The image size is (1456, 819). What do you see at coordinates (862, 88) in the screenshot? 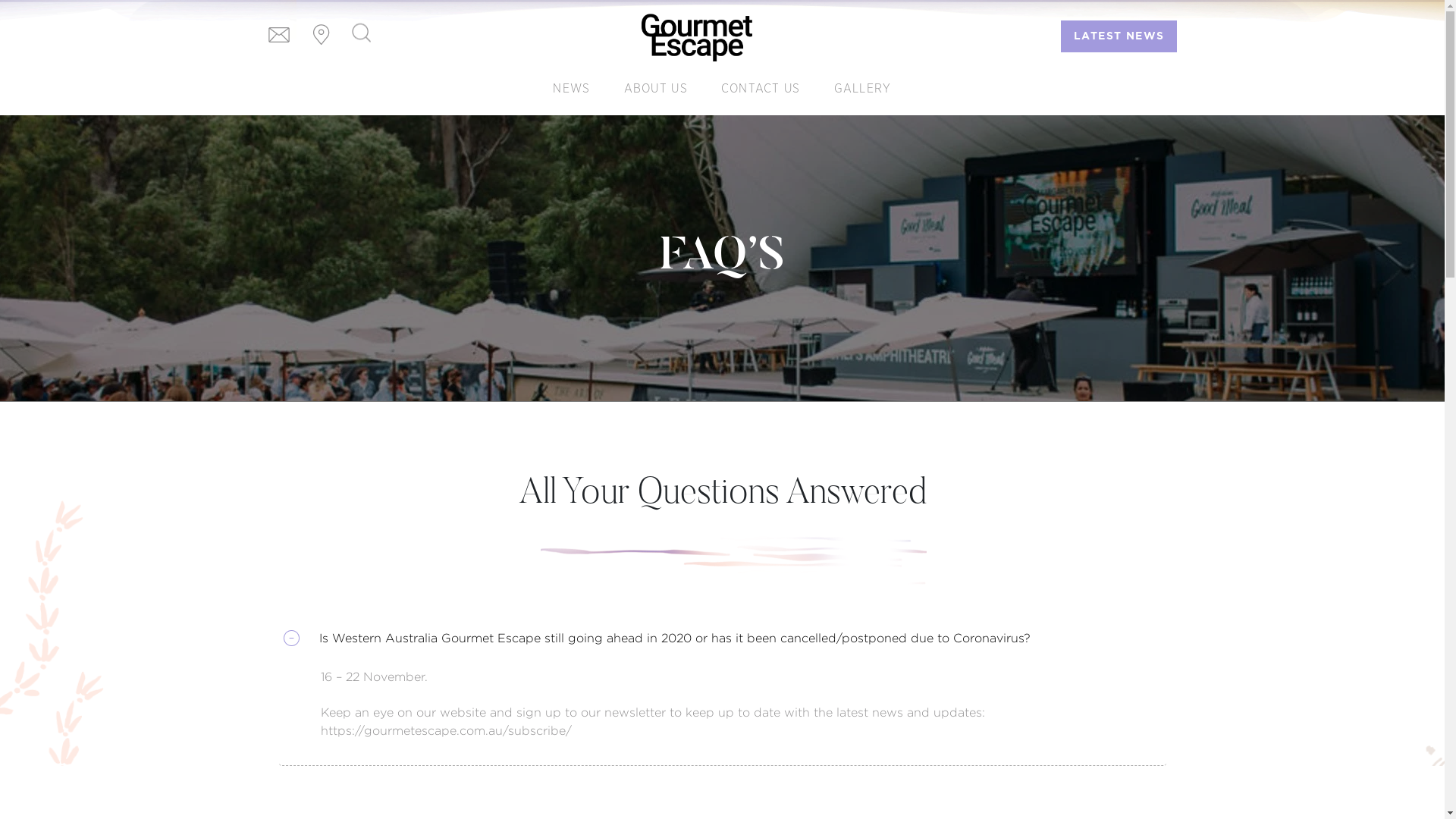
I see `'GALLERY'` at bounding box center [862, 88].